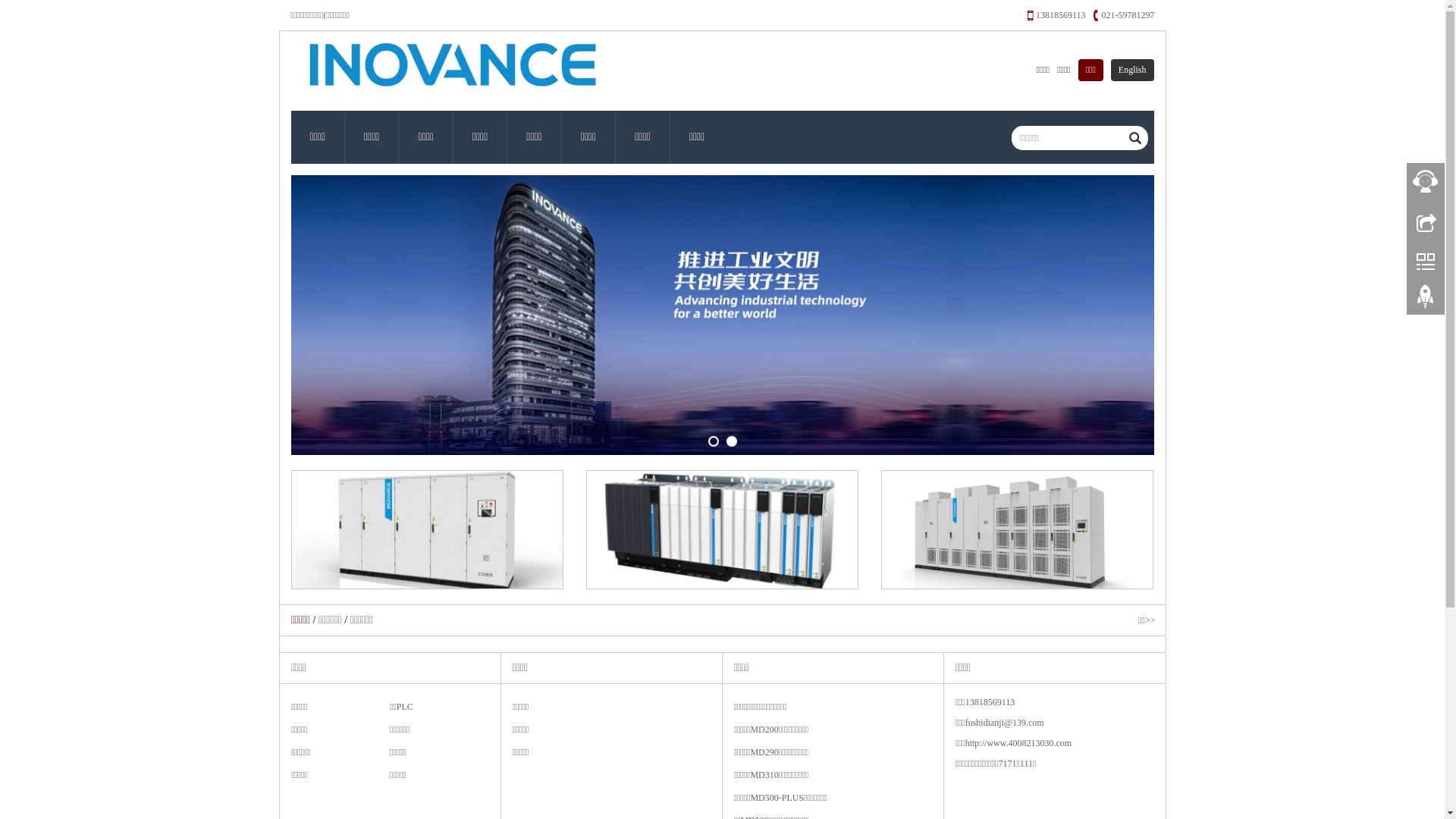 This screenshot has width=1456, height=819. What do you see at coordinates (1110, 70) in the screenshot?
I see `'English'` at bounding box center [1110, 70].